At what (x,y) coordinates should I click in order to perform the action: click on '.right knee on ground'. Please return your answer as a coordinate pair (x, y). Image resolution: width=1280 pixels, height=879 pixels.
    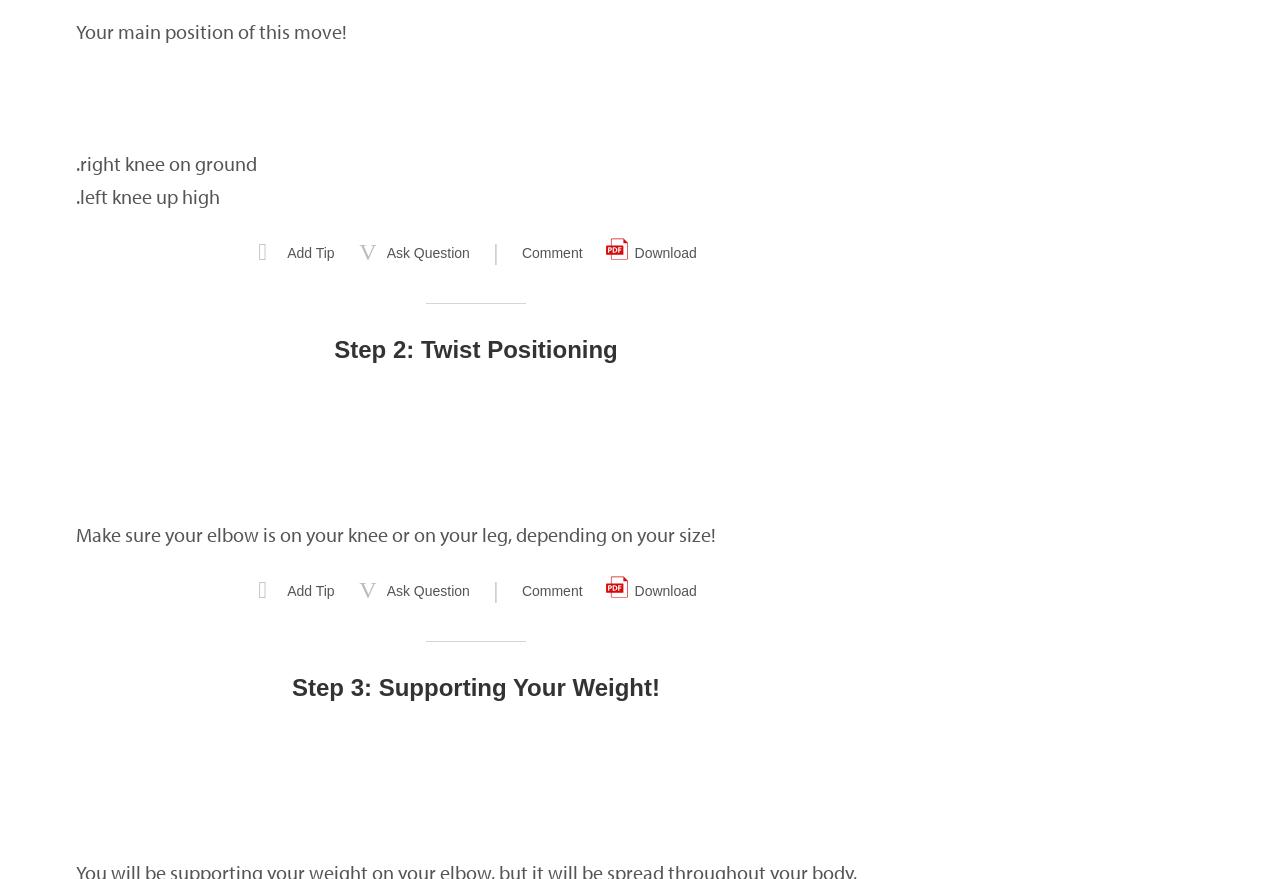
    Looking at the image, I should click on (166, 162).